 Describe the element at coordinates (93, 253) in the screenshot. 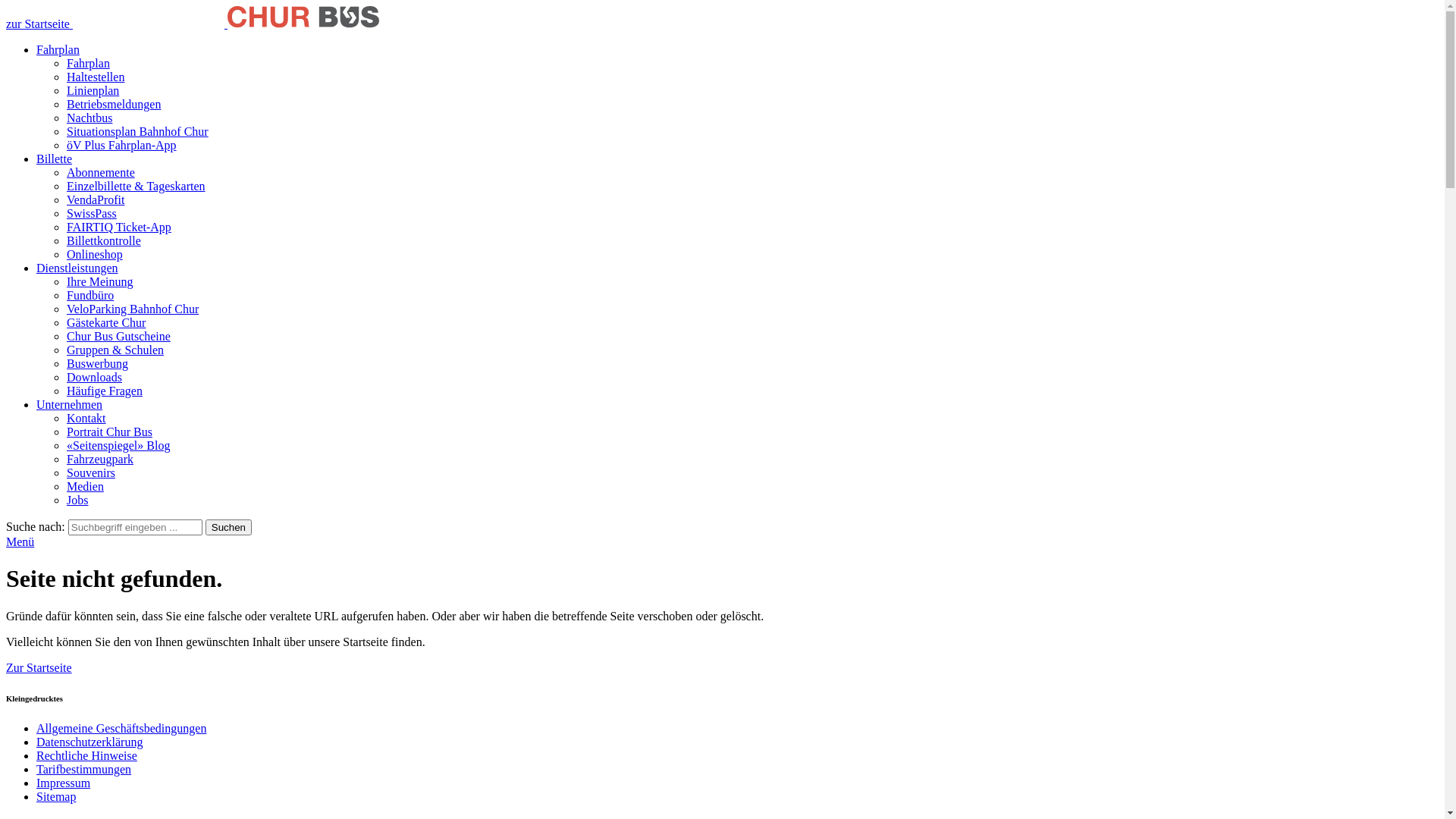

I see `'Onlineshop'` at that location.